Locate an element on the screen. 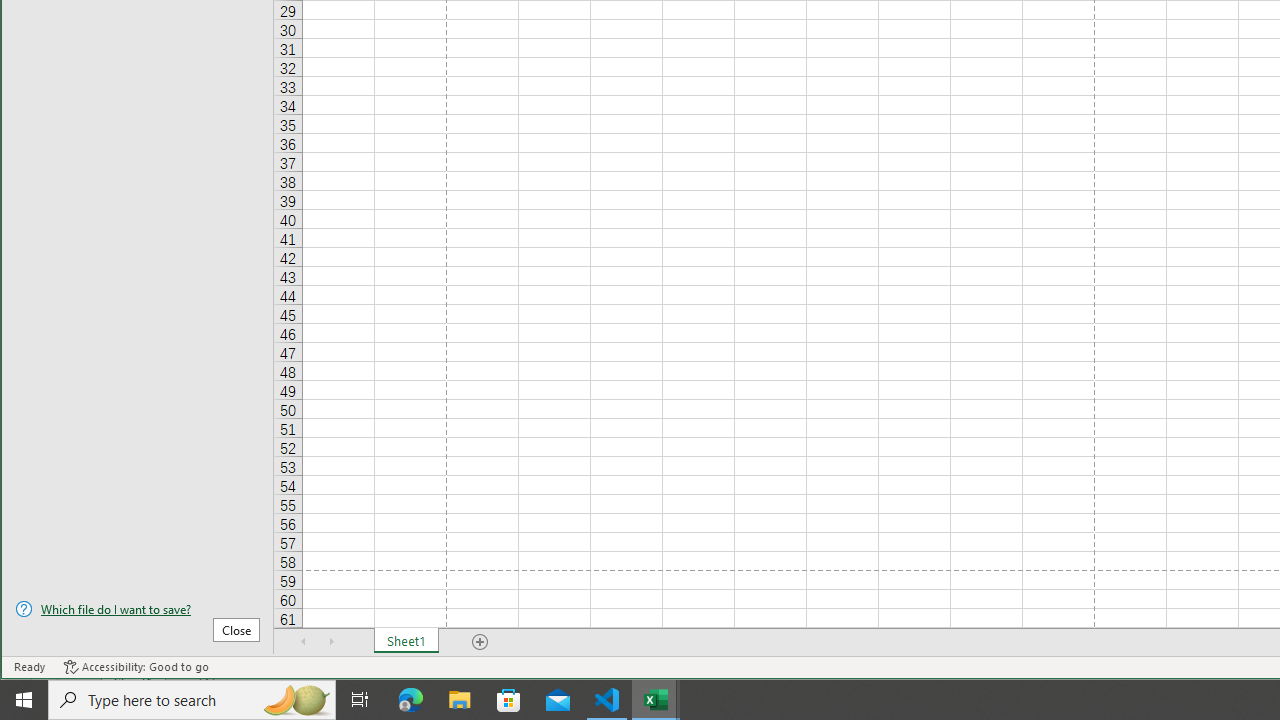  'Visual Studio Code - 1 running window' is located at coordinates (606, 698).